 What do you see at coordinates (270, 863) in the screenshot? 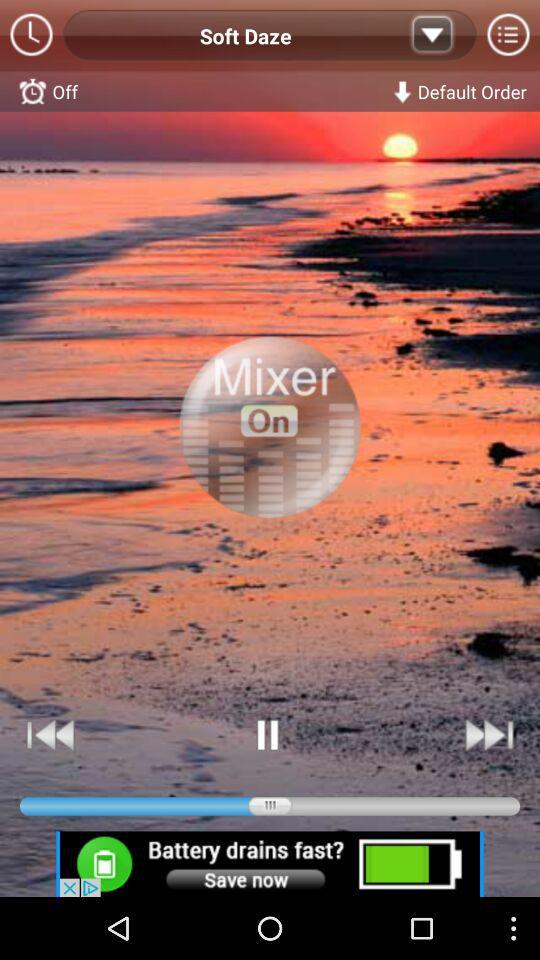
I see `battery save option` at bounding box center [270, 863].